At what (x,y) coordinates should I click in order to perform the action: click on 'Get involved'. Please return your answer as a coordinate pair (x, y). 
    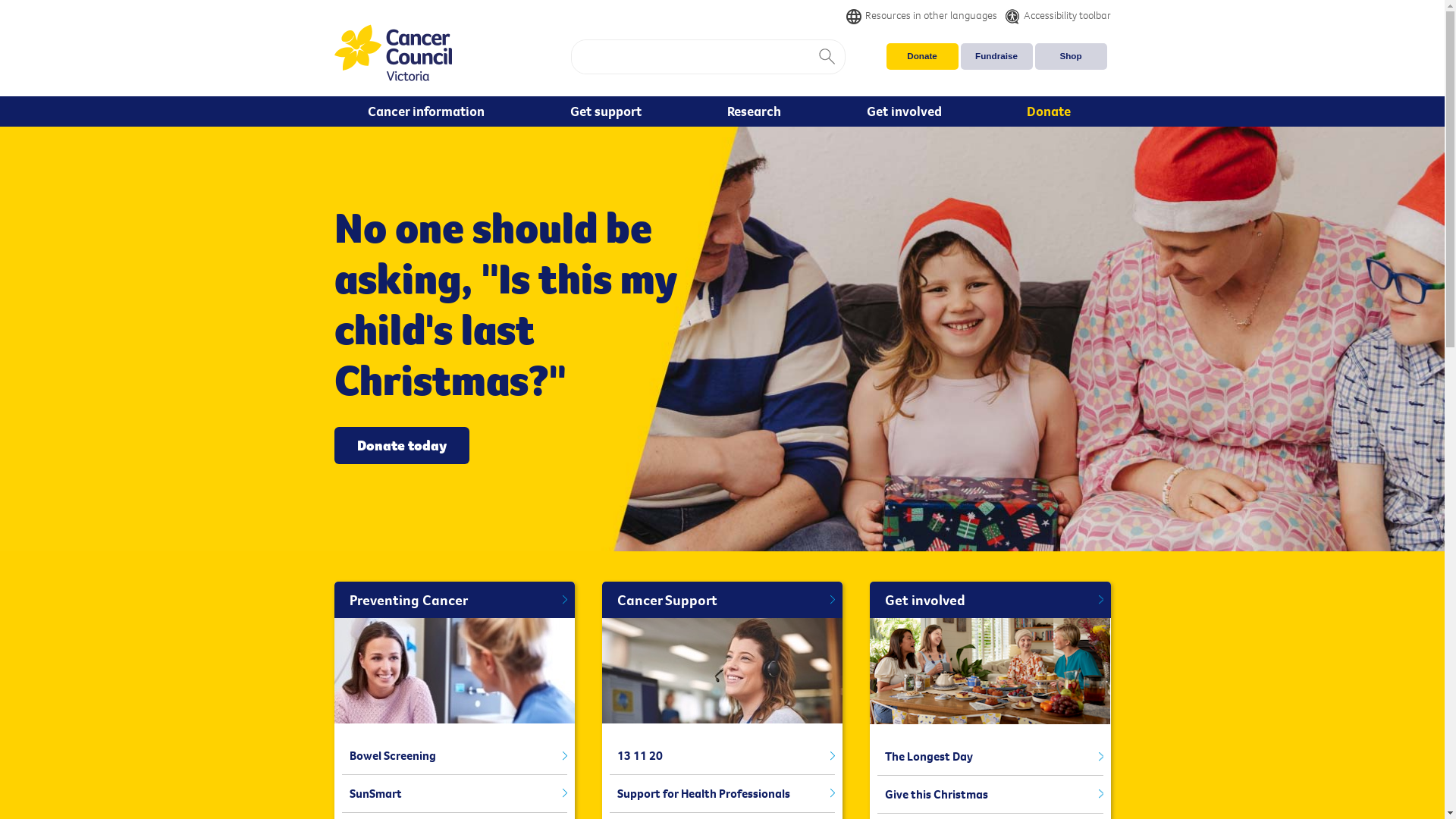
    Looking at the image, I should click on (906, 110).